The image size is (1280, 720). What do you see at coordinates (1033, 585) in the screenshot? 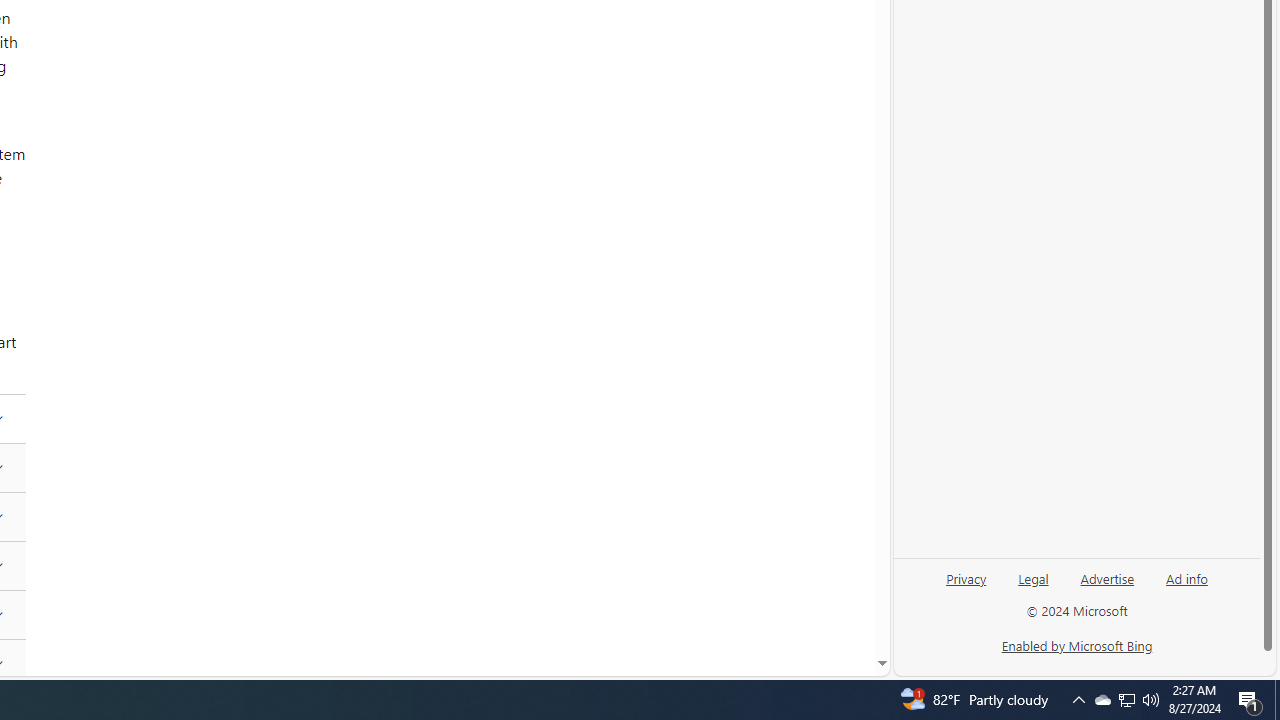
I see `'Legal'` at bounding box center [1033, 585].